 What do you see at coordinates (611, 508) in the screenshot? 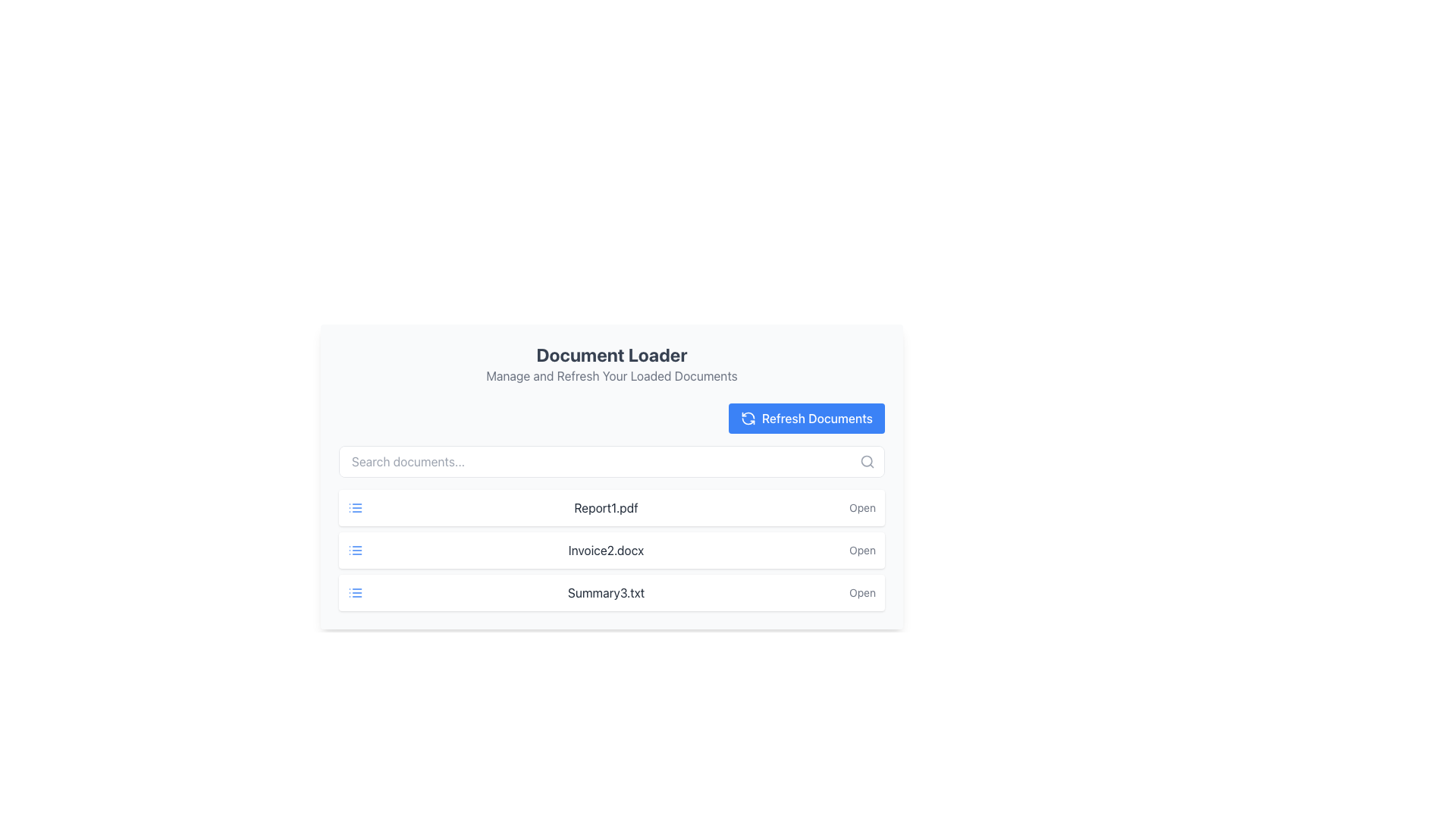
I see `the list item displaying 'Report1.pdf' with the accompanying 'Open' link, located in the first row under the 'Document Loader' section` at bounding box center [611, 508].